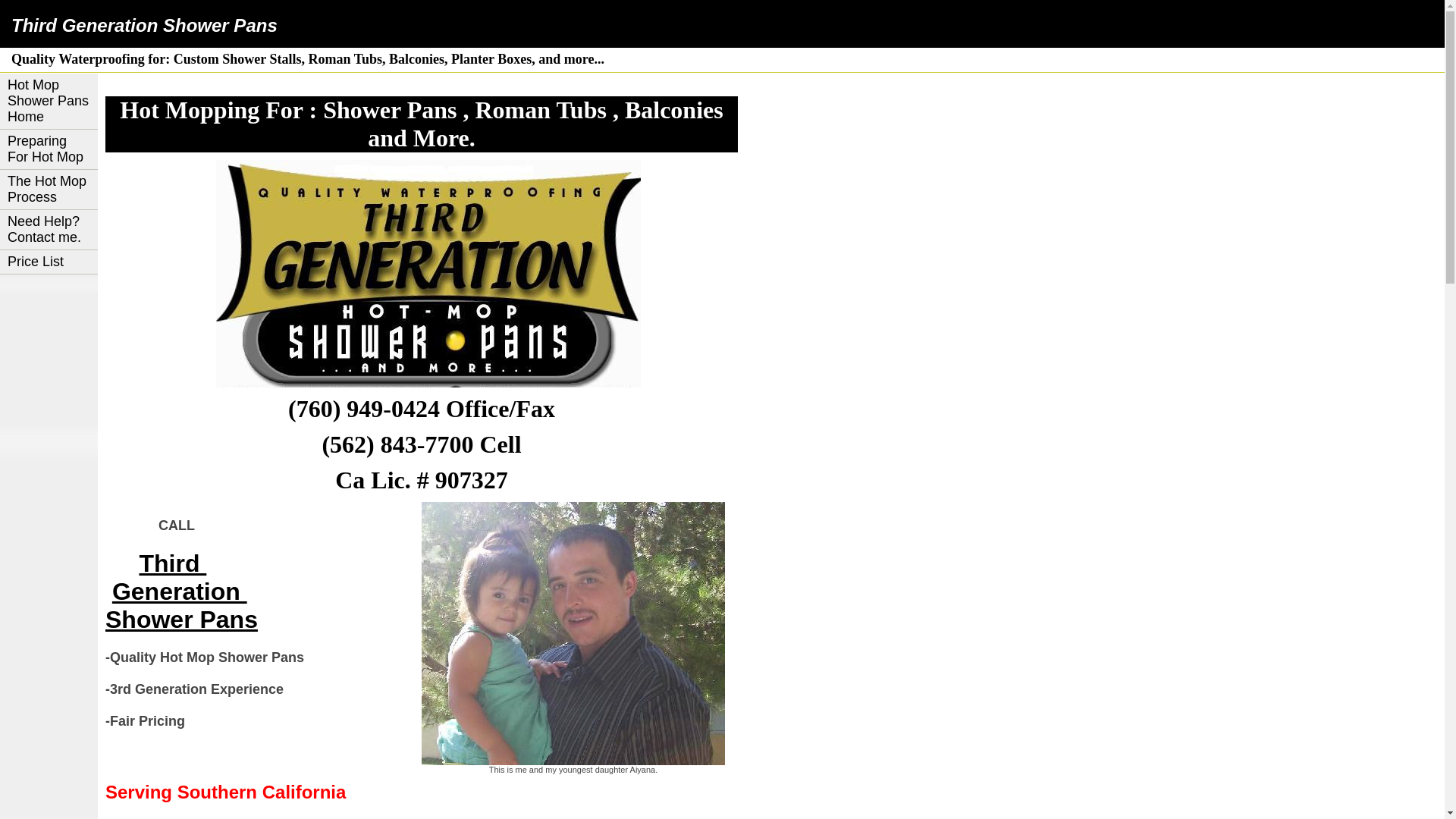  Describe the element at coordinates (49, 149) in the screenshot. I see `'Preparing For Hot Mop'` at that location.